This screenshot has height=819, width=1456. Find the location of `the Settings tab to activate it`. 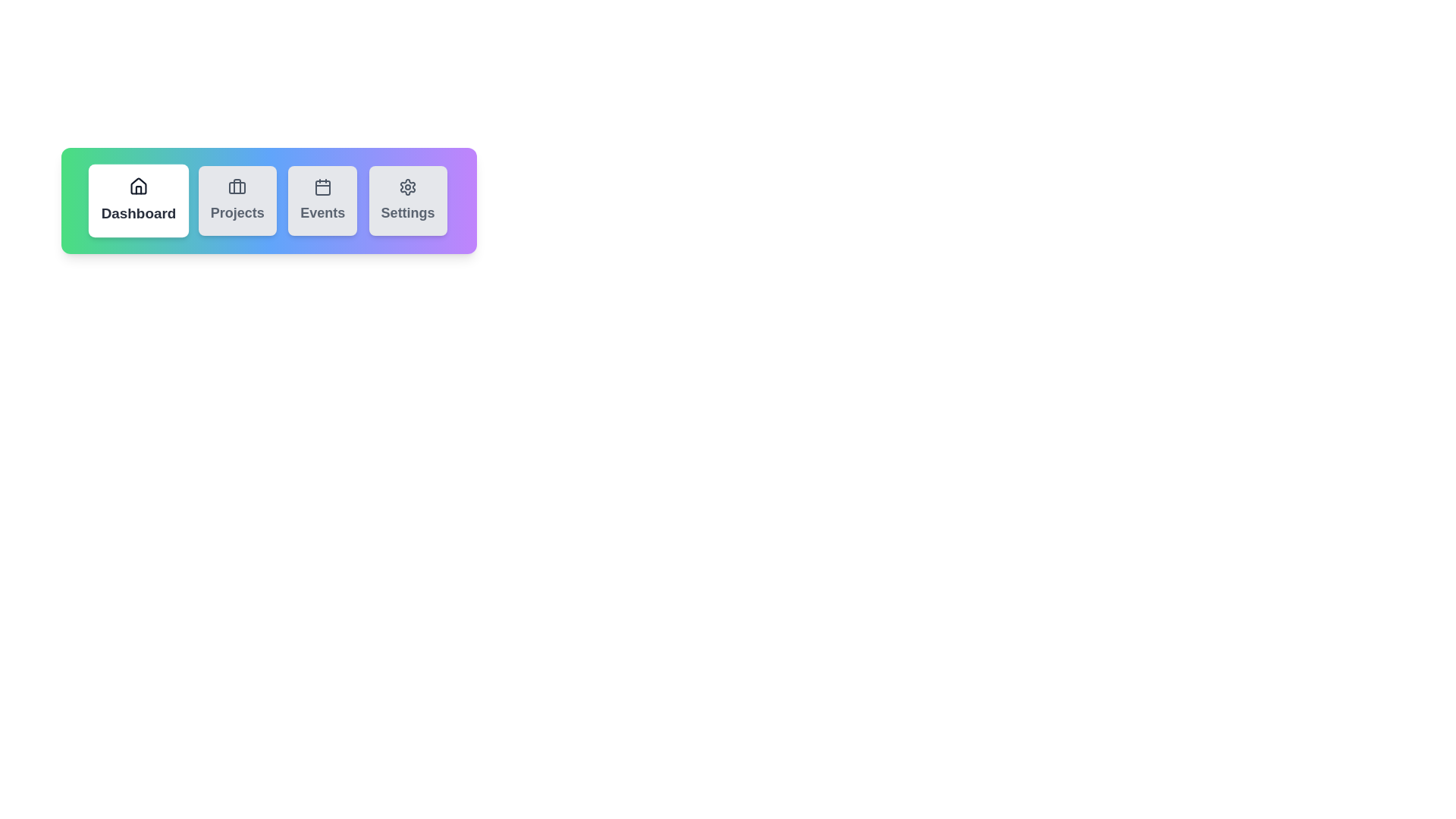

the Settings tab to activate it is located at coordinates (407, 200).